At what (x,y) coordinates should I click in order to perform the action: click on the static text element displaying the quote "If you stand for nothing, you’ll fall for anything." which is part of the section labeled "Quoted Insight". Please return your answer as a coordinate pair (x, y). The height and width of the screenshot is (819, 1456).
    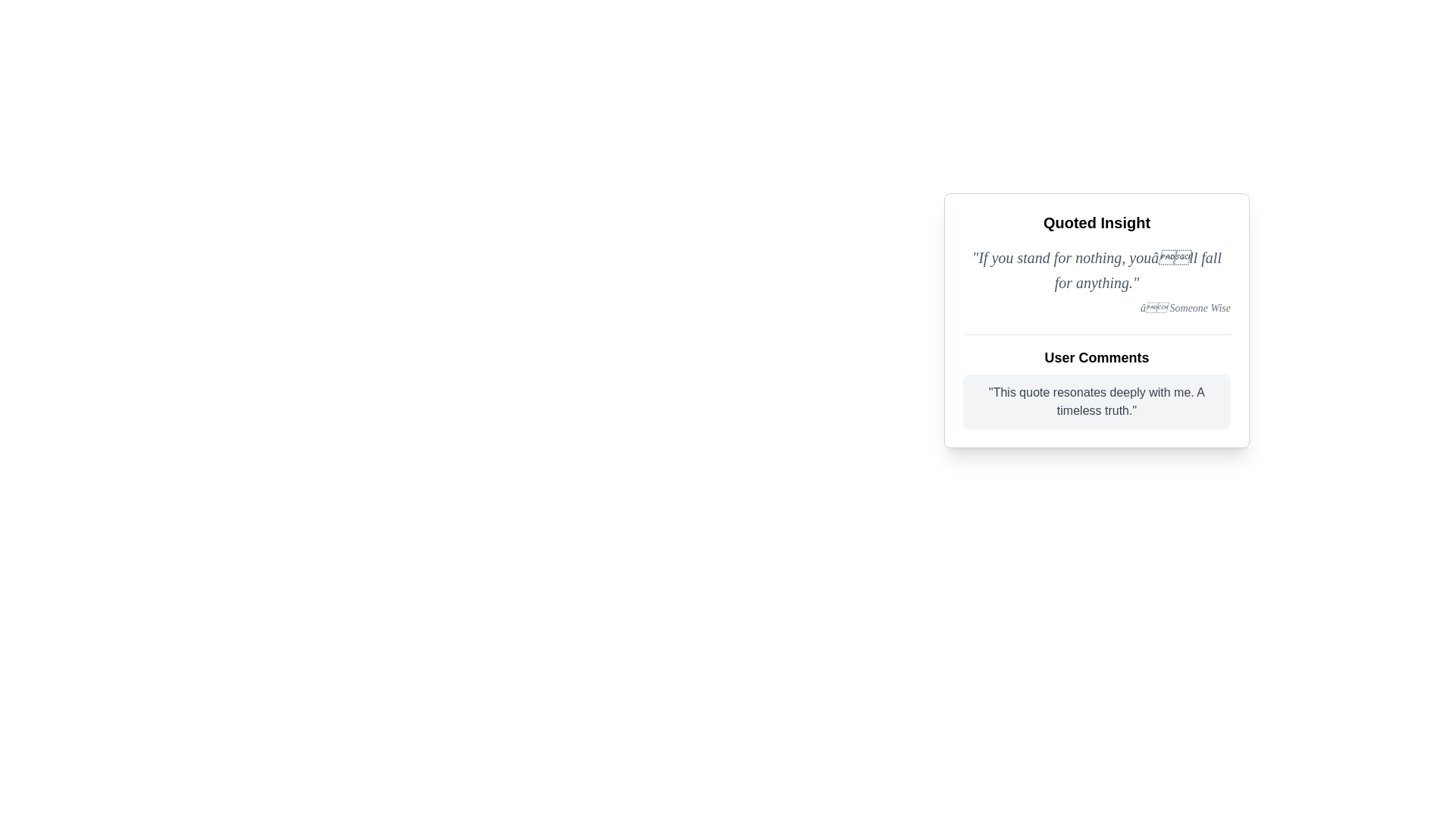
    Looking at the image, I should click on (1097, 269).